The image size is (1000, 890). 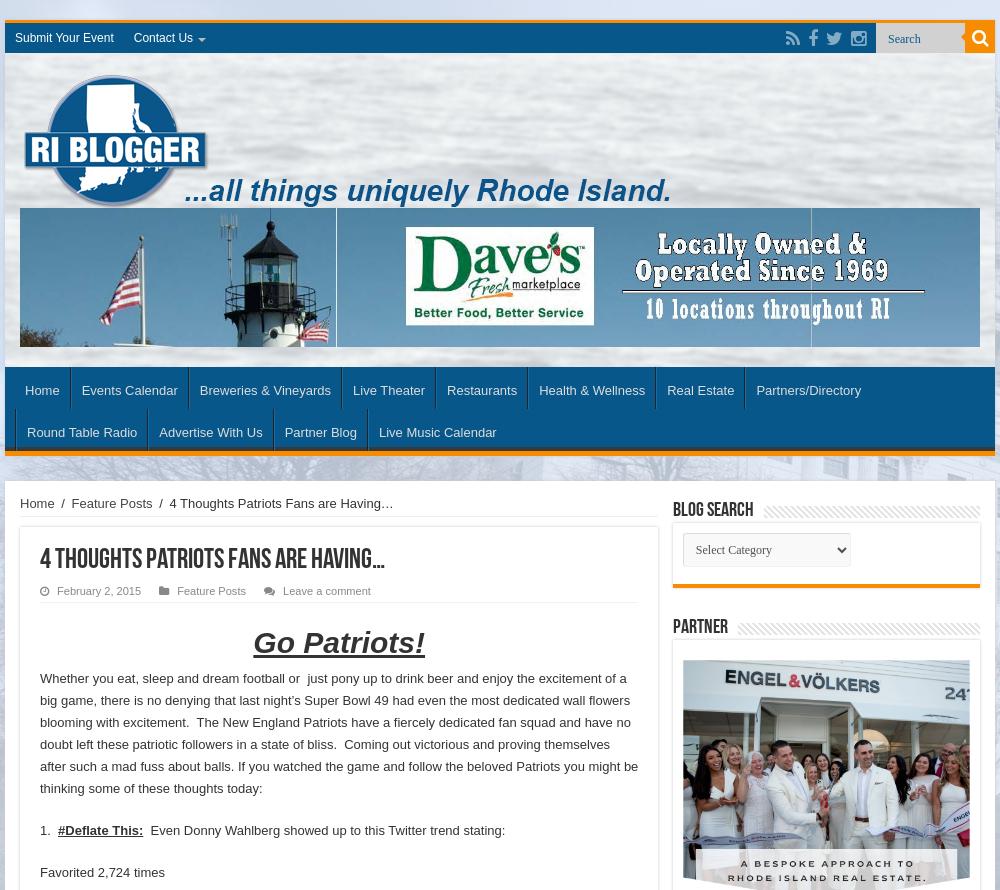 I want to click on 'February 2, 2015', so click(x=98, y=588).